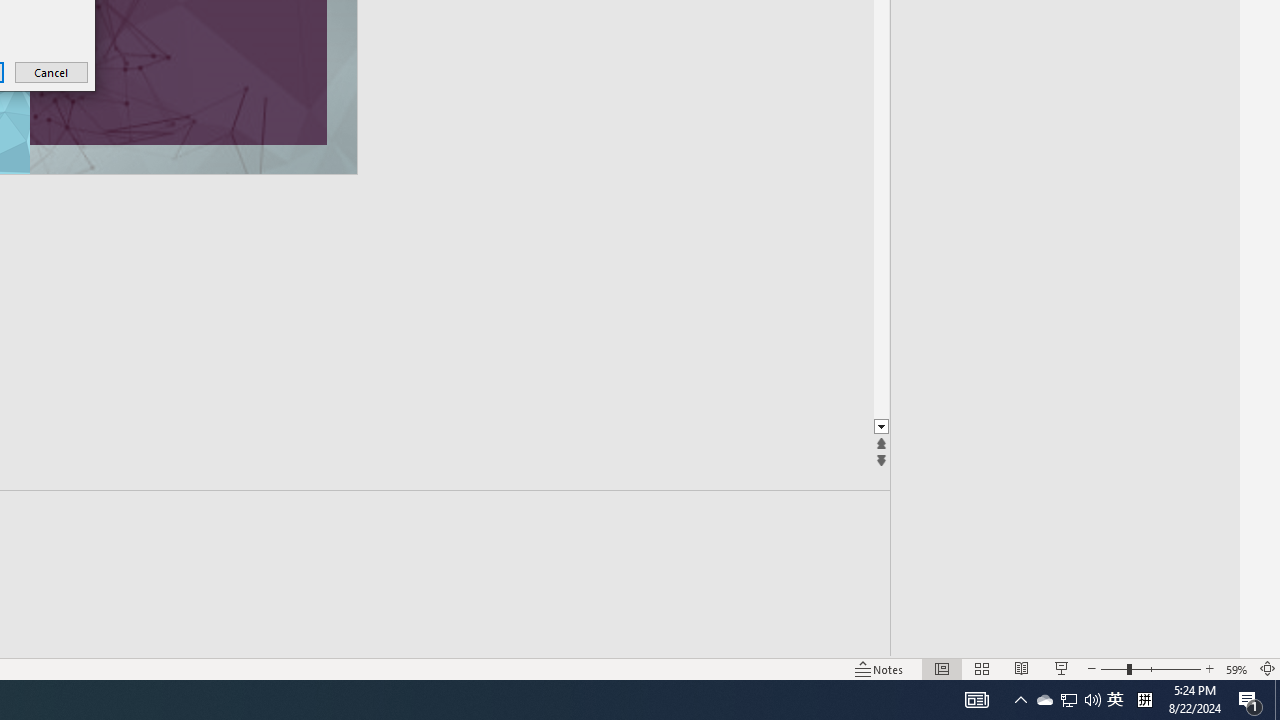 The height and width of the screenshot is (720, 1280). I want to click on 'Zoom 59%', so click(1236, 669).